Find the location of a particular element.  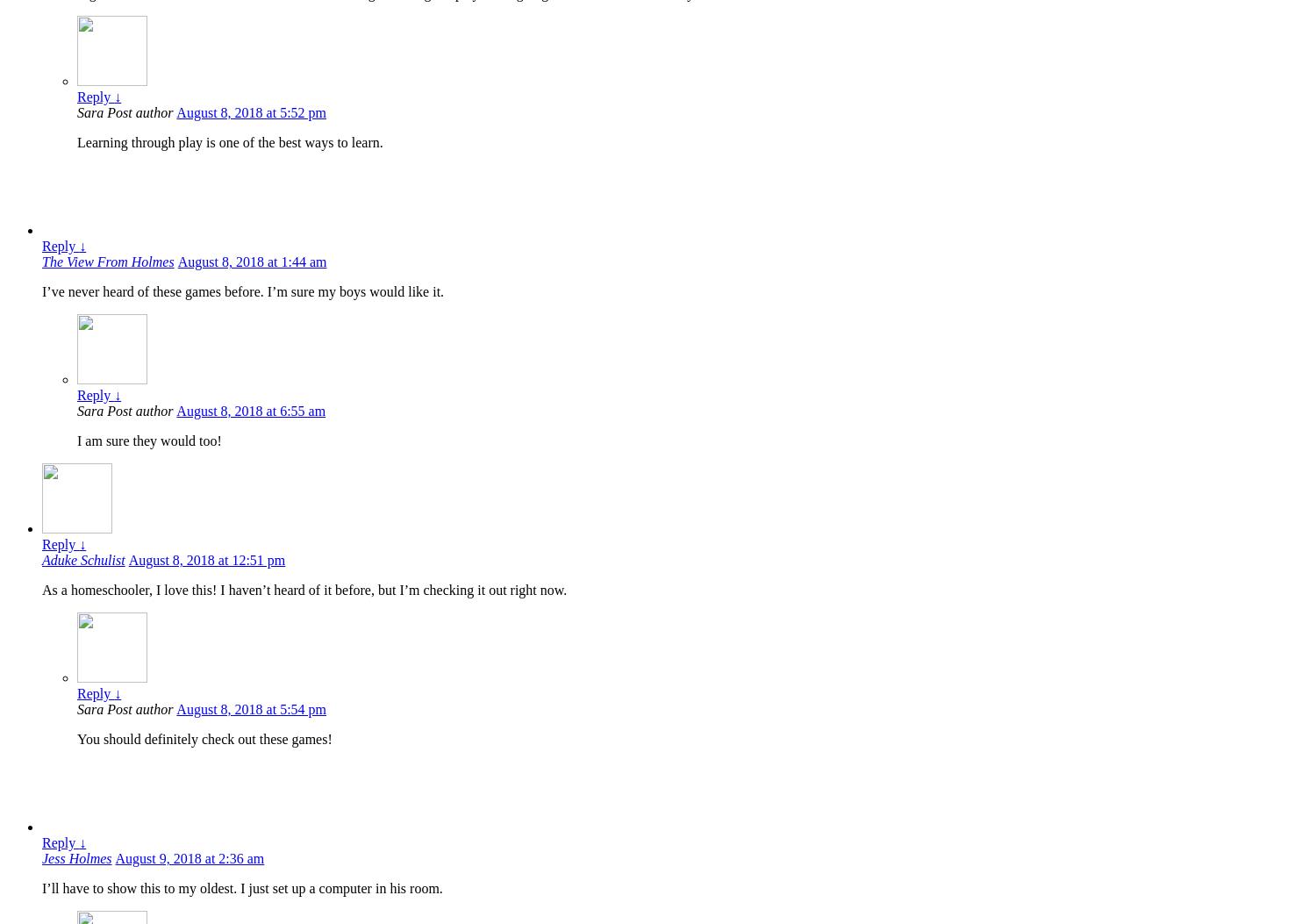

'August 8, 2018 at 6:55 am' is located at coordinates (251, 410).